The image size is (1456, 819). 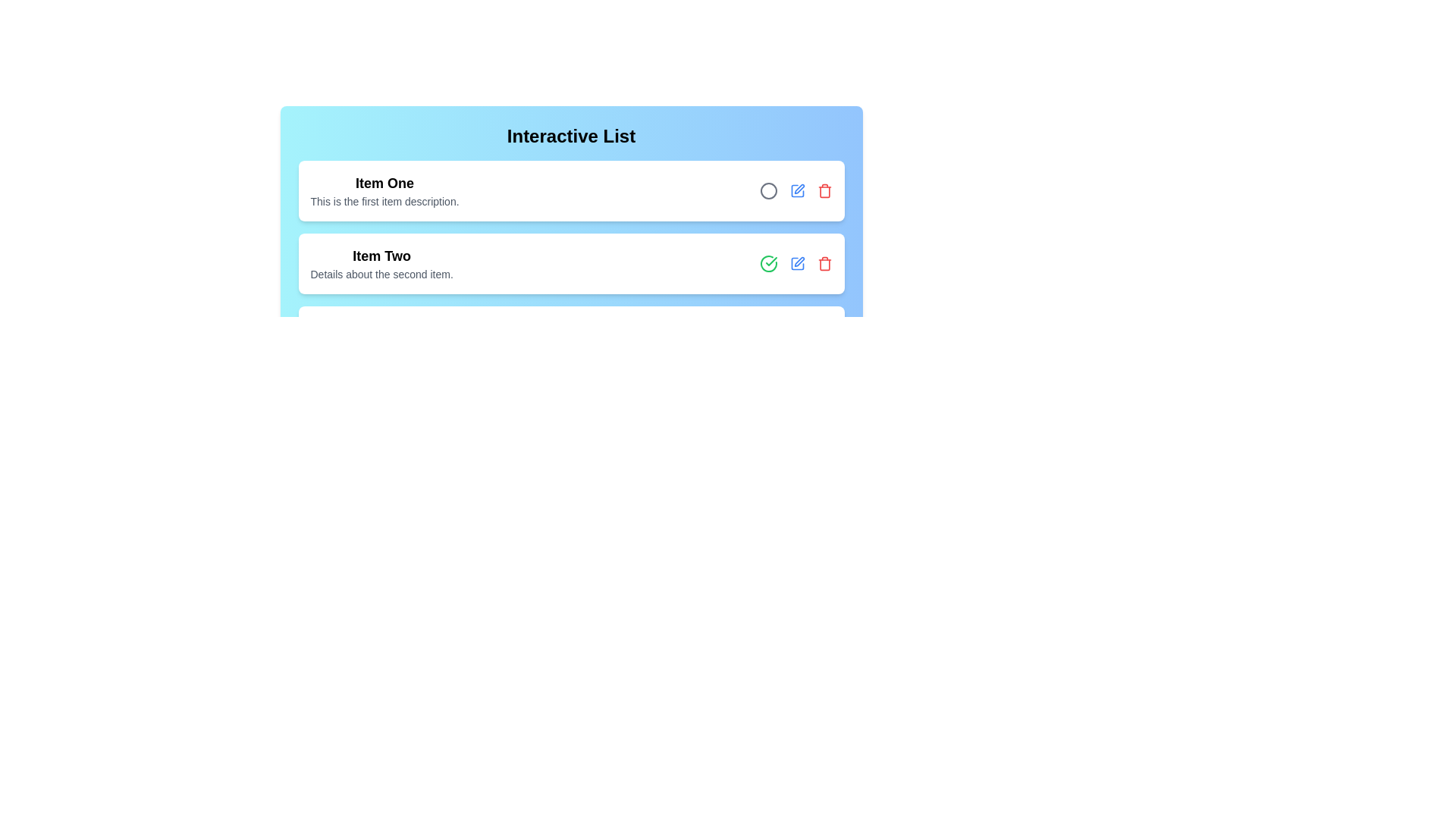 What do you see at coordinates (768, 262) in the screenshot?
I see `the toggle icon of the item with name Item Two` at bounding box center [768, 262].